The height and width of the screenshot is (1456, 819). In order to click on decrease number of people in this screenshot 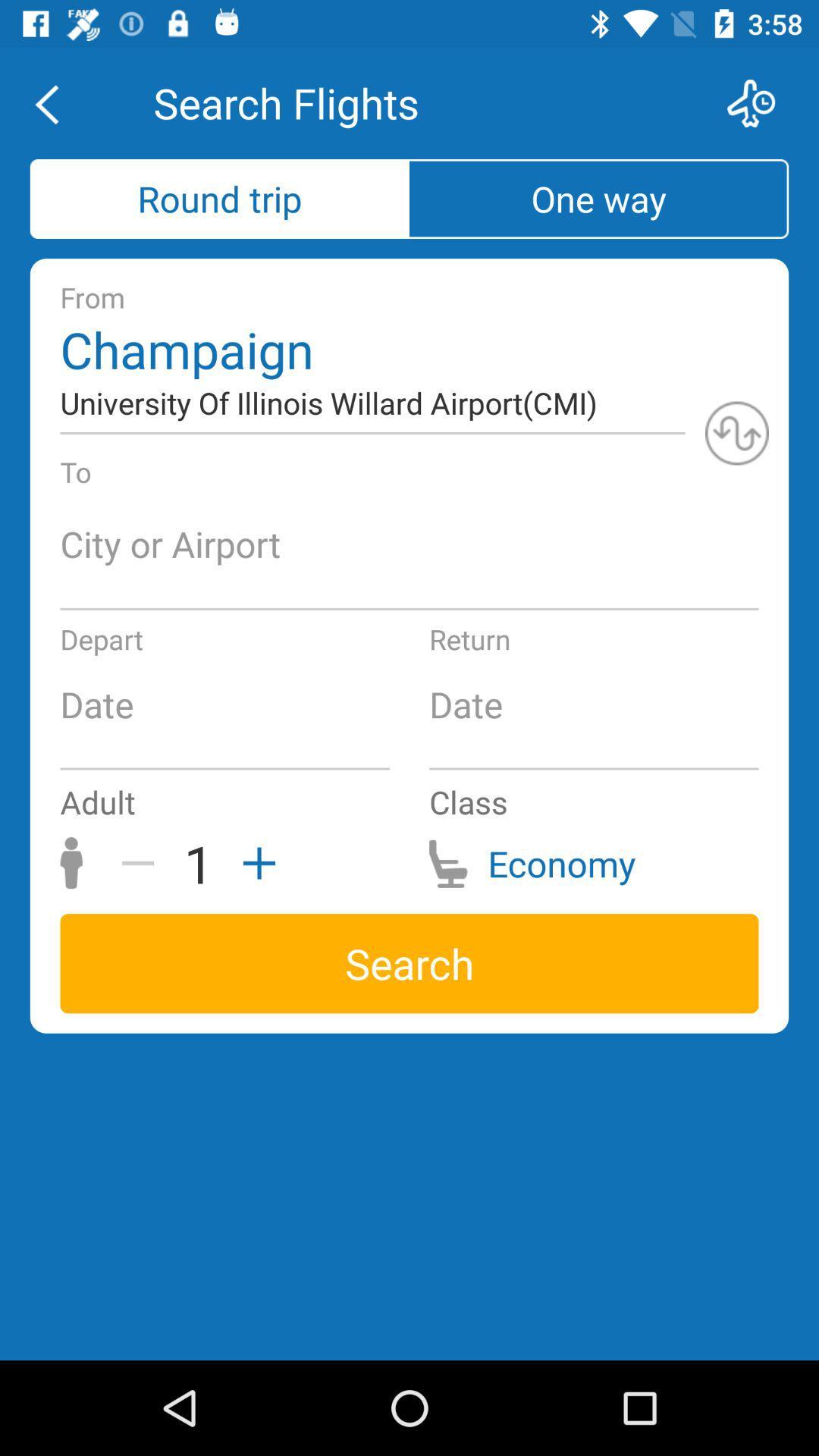, I will do `click(143, 863)`.